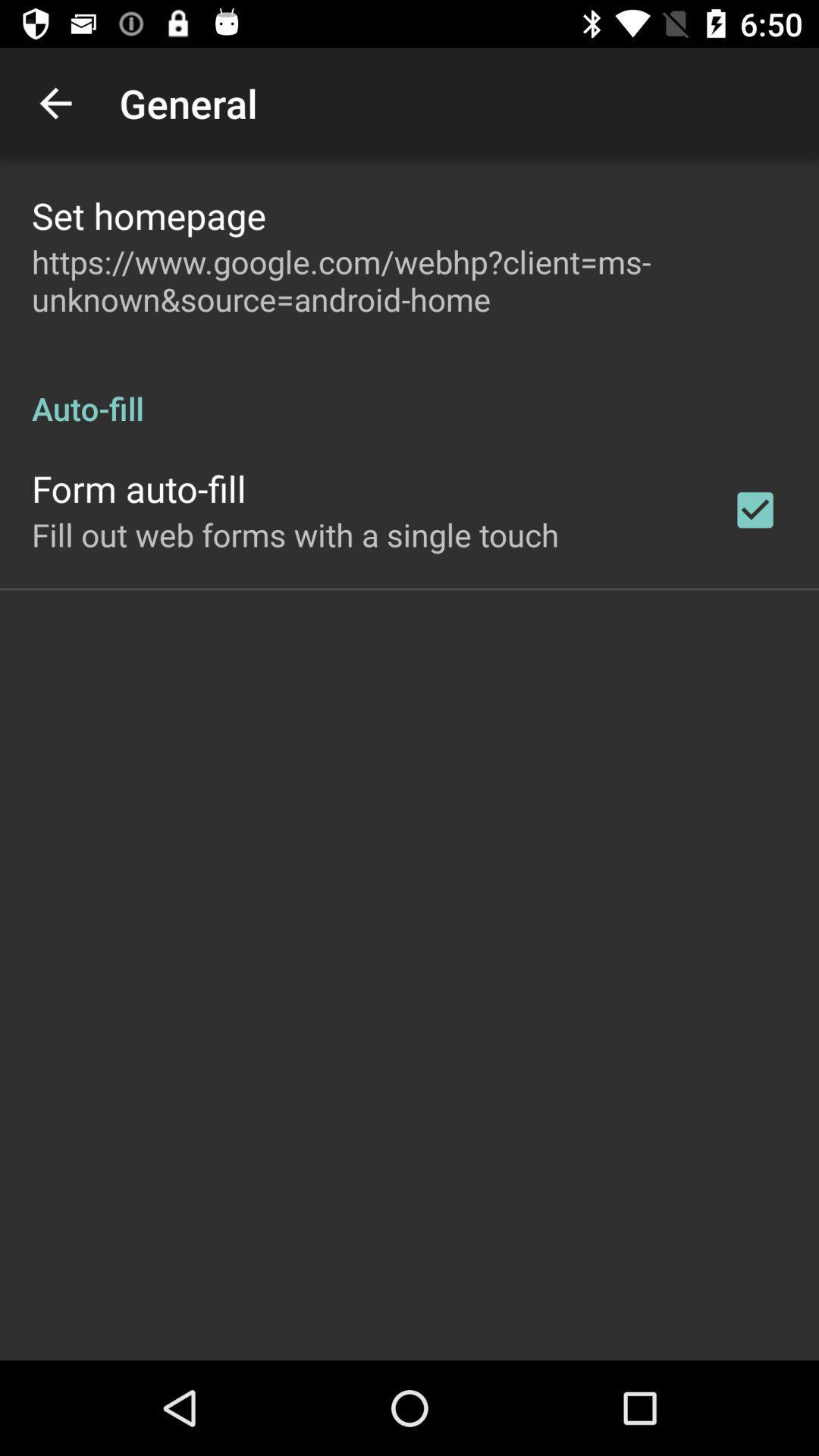 This screenshot has width=819, height=1456. What do you see at coordinates (295, 535) in the screenshot?
I see `item below the form auto-fill icon` at bounding box center [295, 535].